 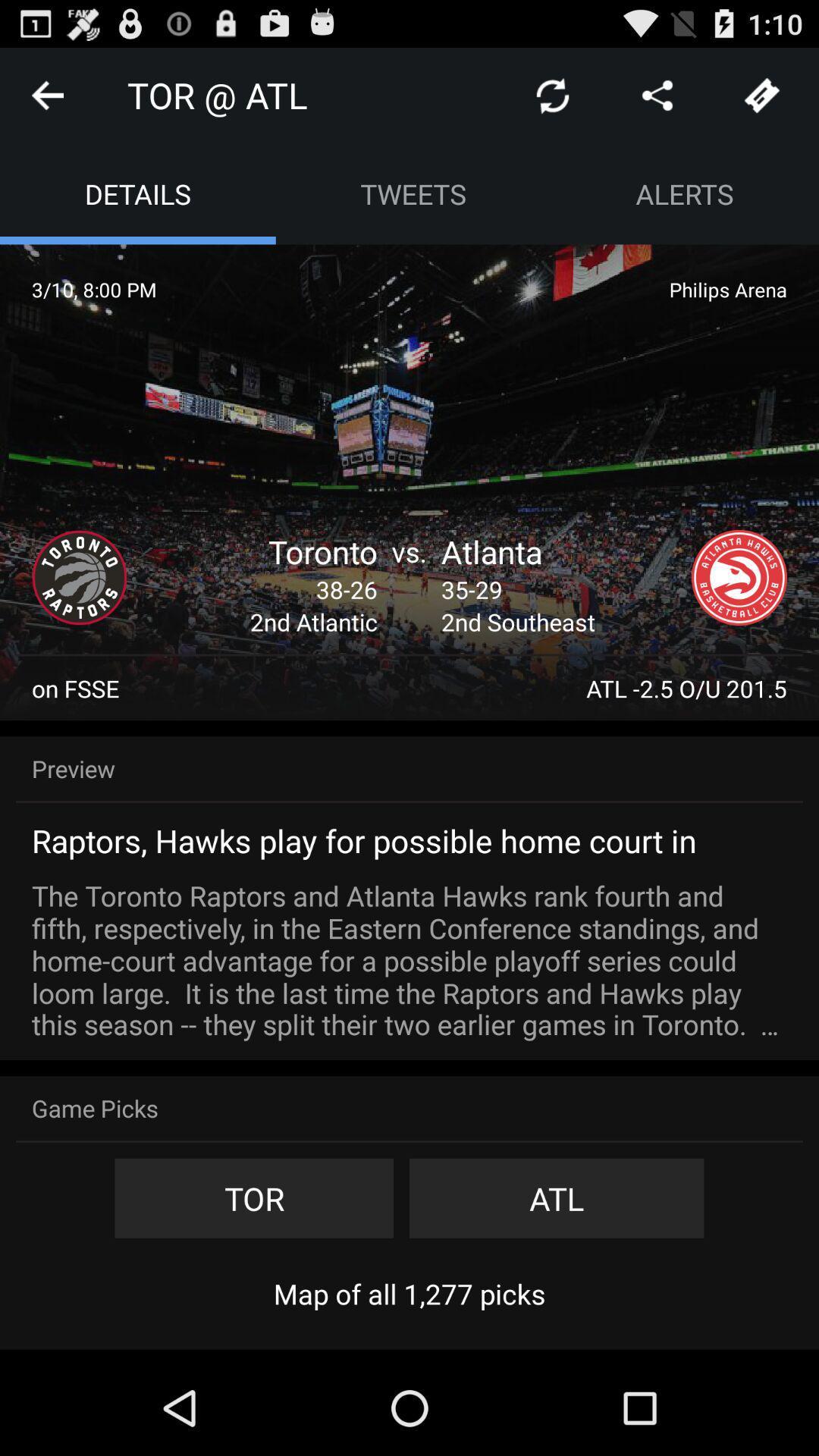 I want to click on the item below tor icon, so click(x=409, y=1293).